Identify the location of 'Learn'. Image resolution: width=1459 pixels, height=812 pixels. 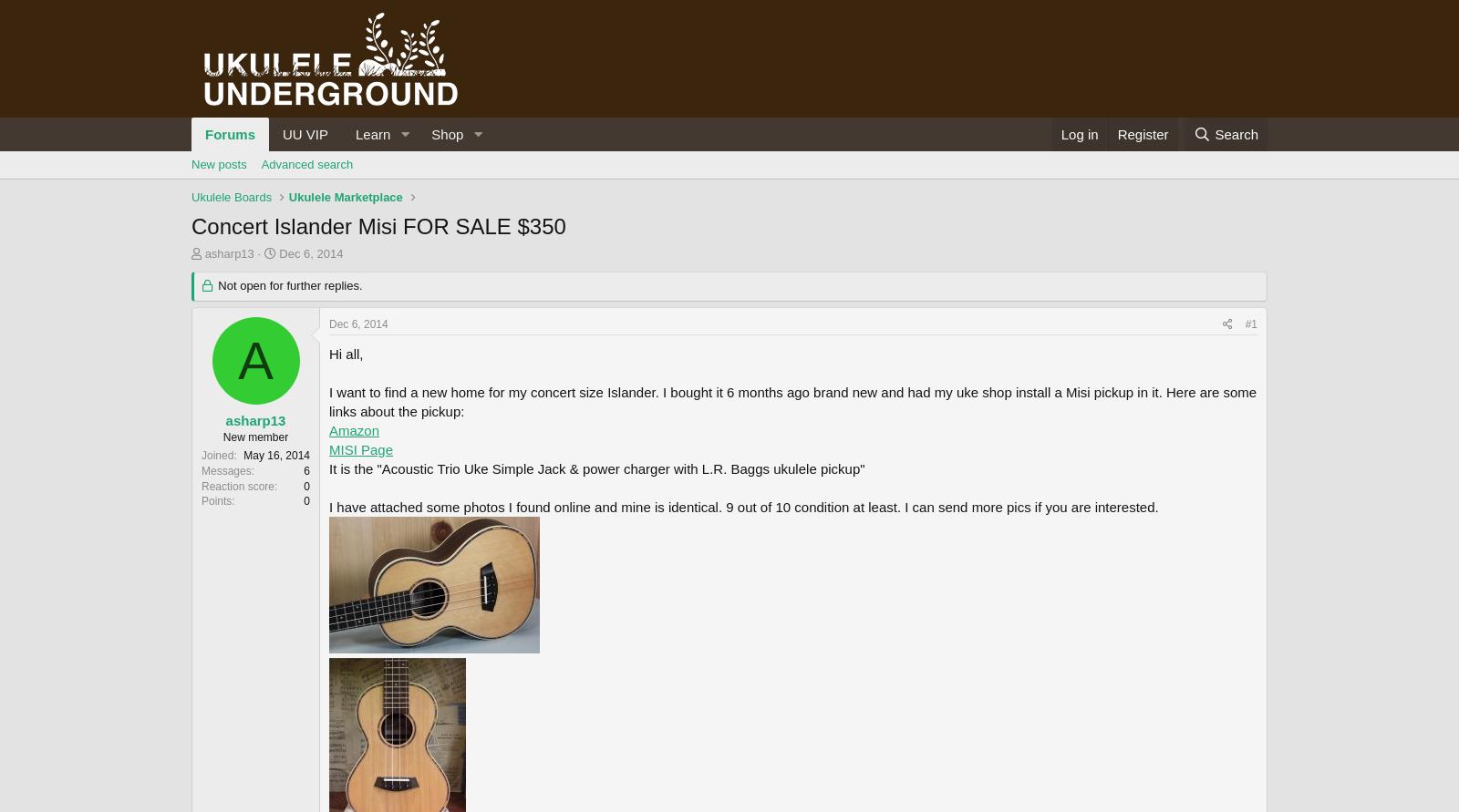
(371, 133).